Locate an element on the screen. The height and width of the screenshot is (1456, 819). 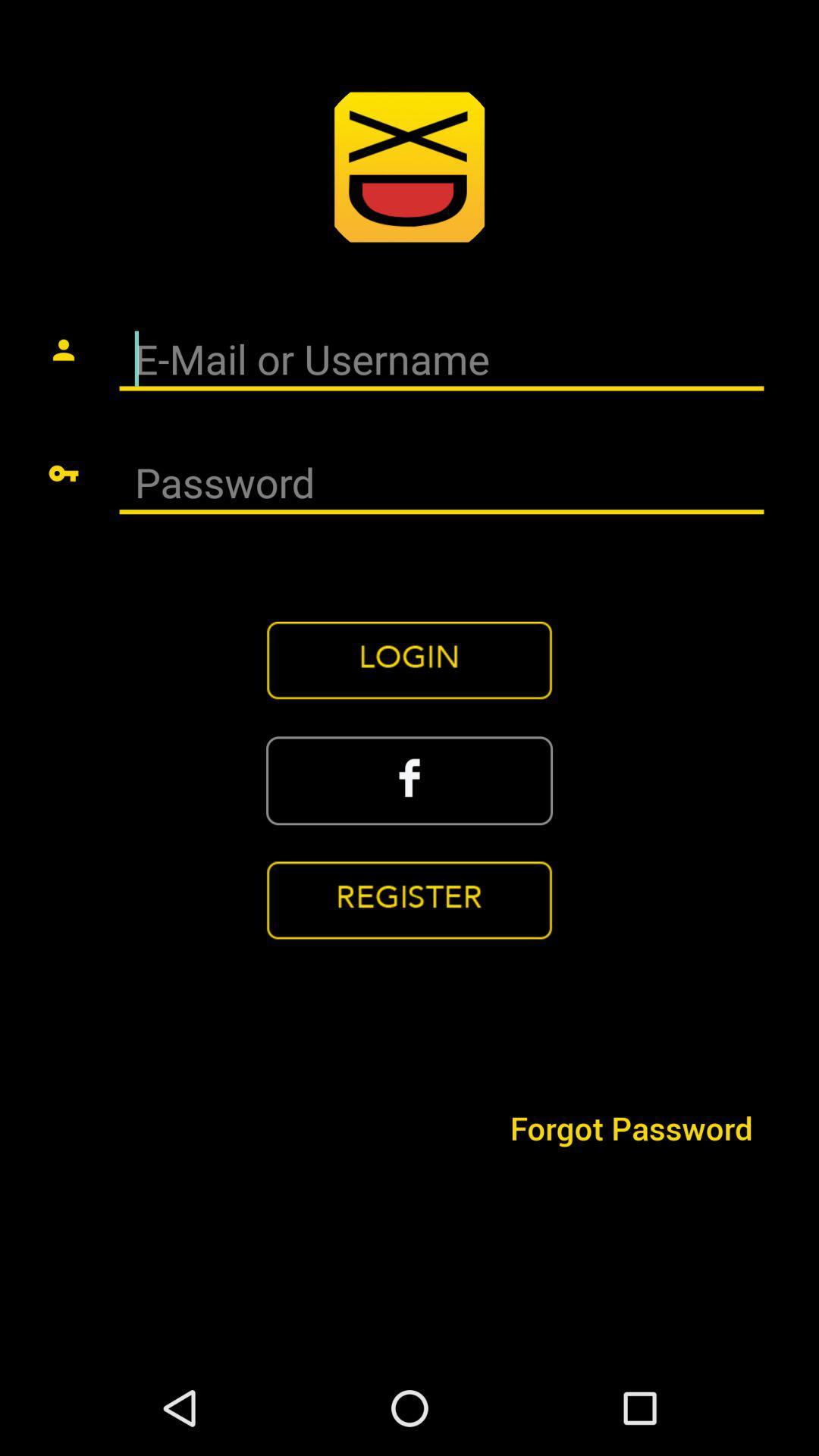
login button is located at coordinates (409, 661).